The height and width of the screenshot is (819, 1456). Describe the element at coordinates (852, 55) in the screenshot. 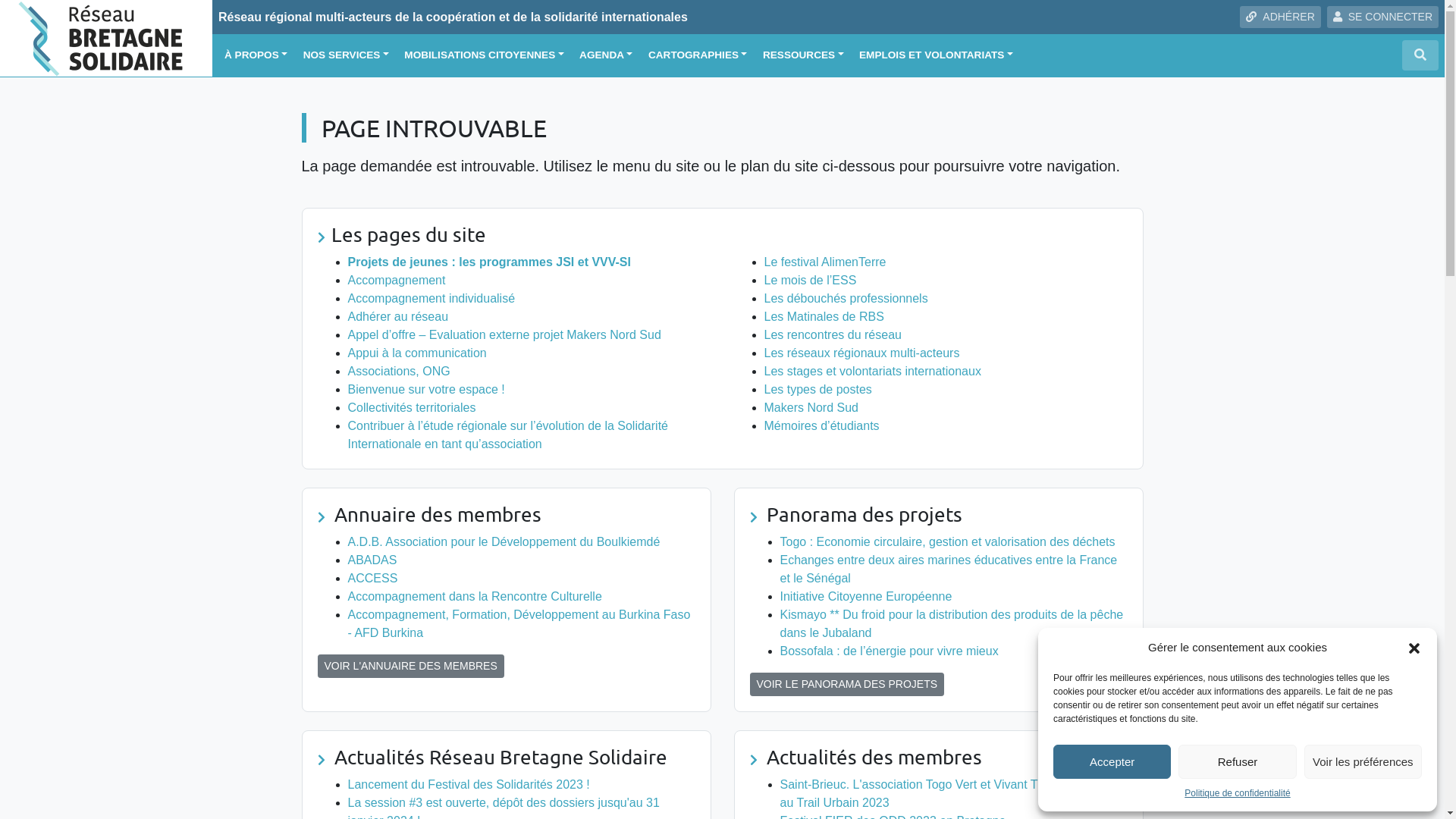

I see `'EMPLOIS ET VOLONTARIATS'` at that location.